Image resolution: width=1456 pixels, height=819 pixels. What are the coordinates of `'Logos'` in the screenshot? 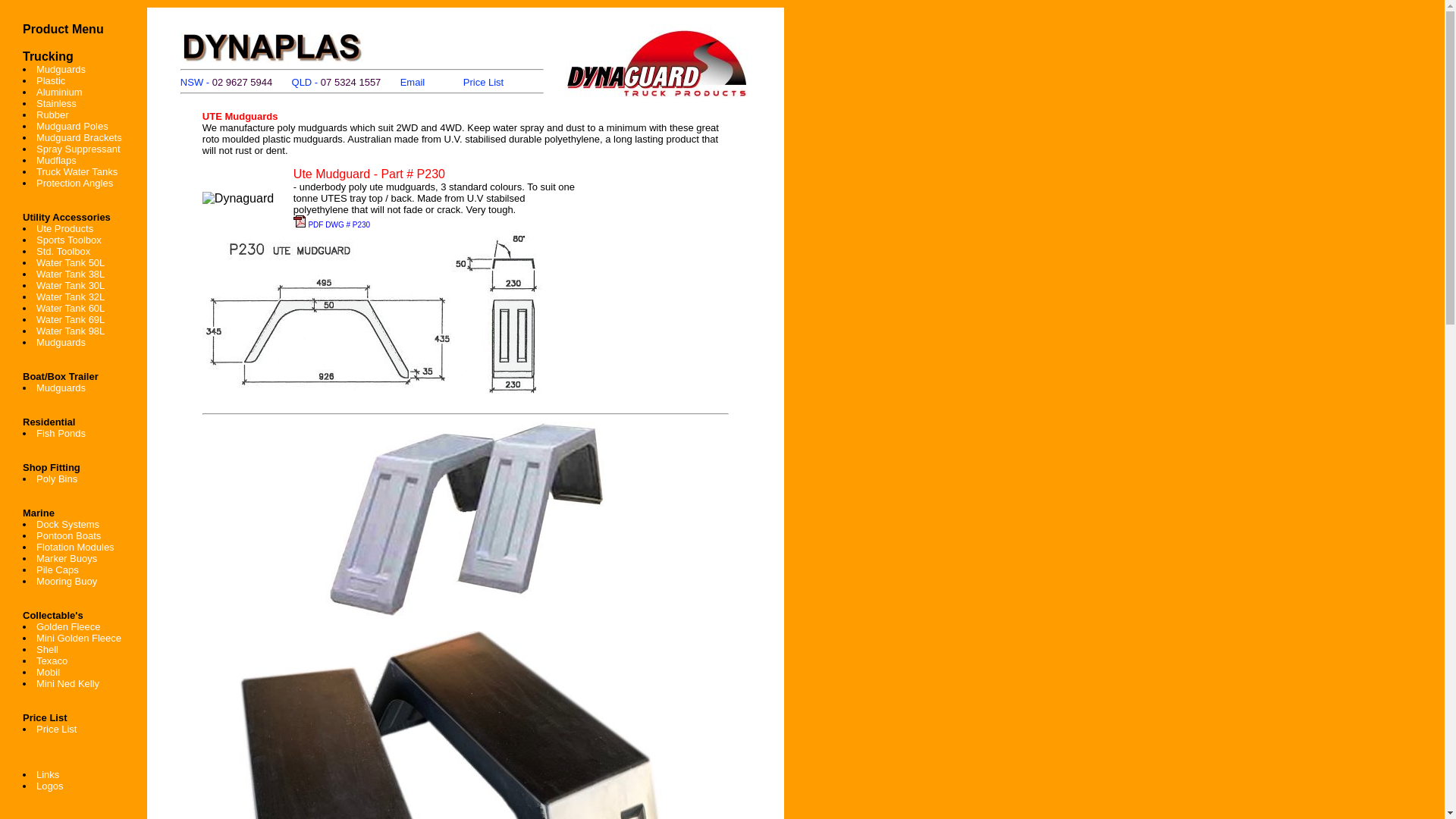 It's located at (49, 785).